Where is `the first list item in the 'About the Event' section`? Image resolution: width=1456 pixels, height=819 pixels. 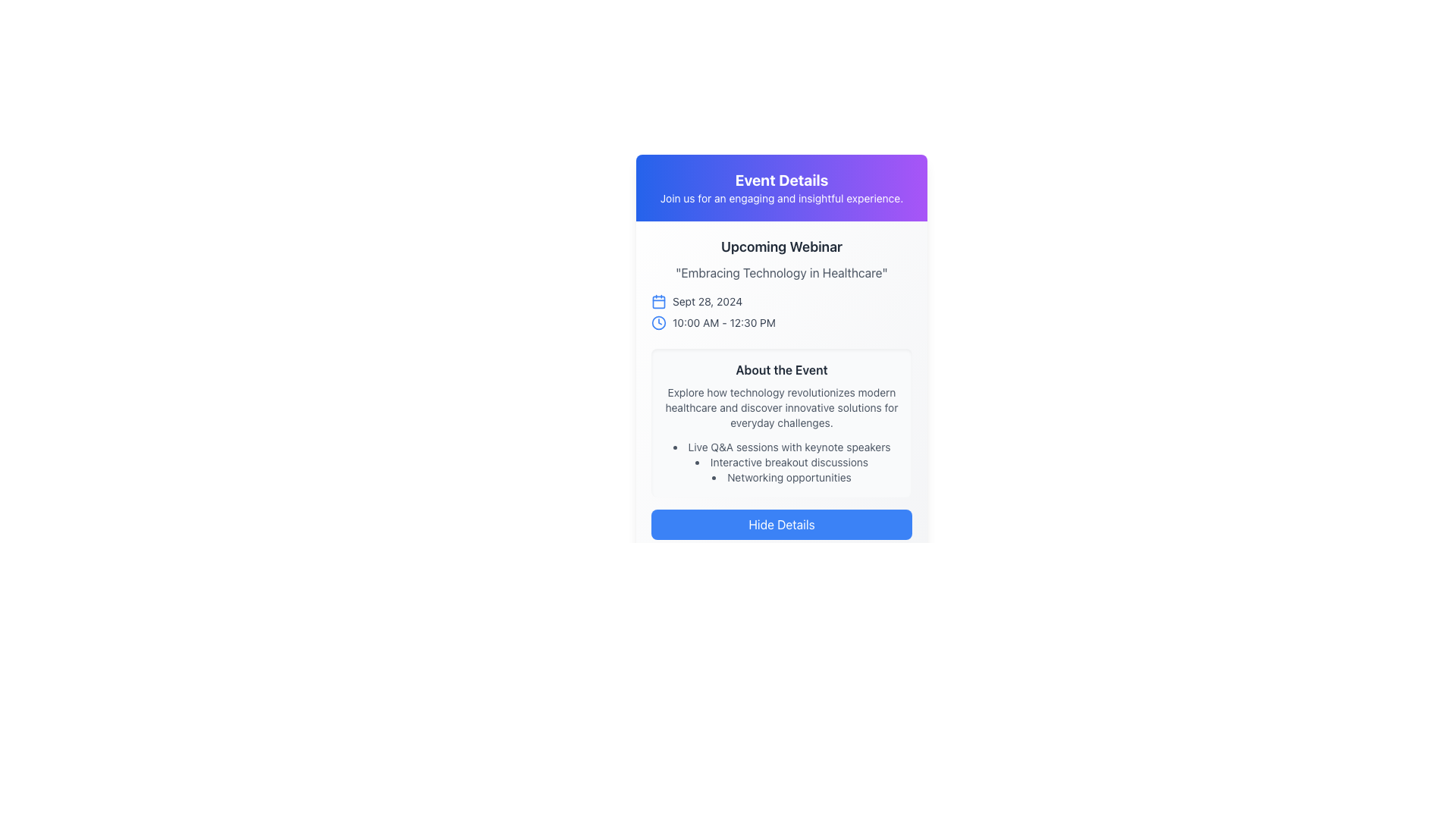 the first list item in the 'About the Event' section is located at coordinates (782, 447).